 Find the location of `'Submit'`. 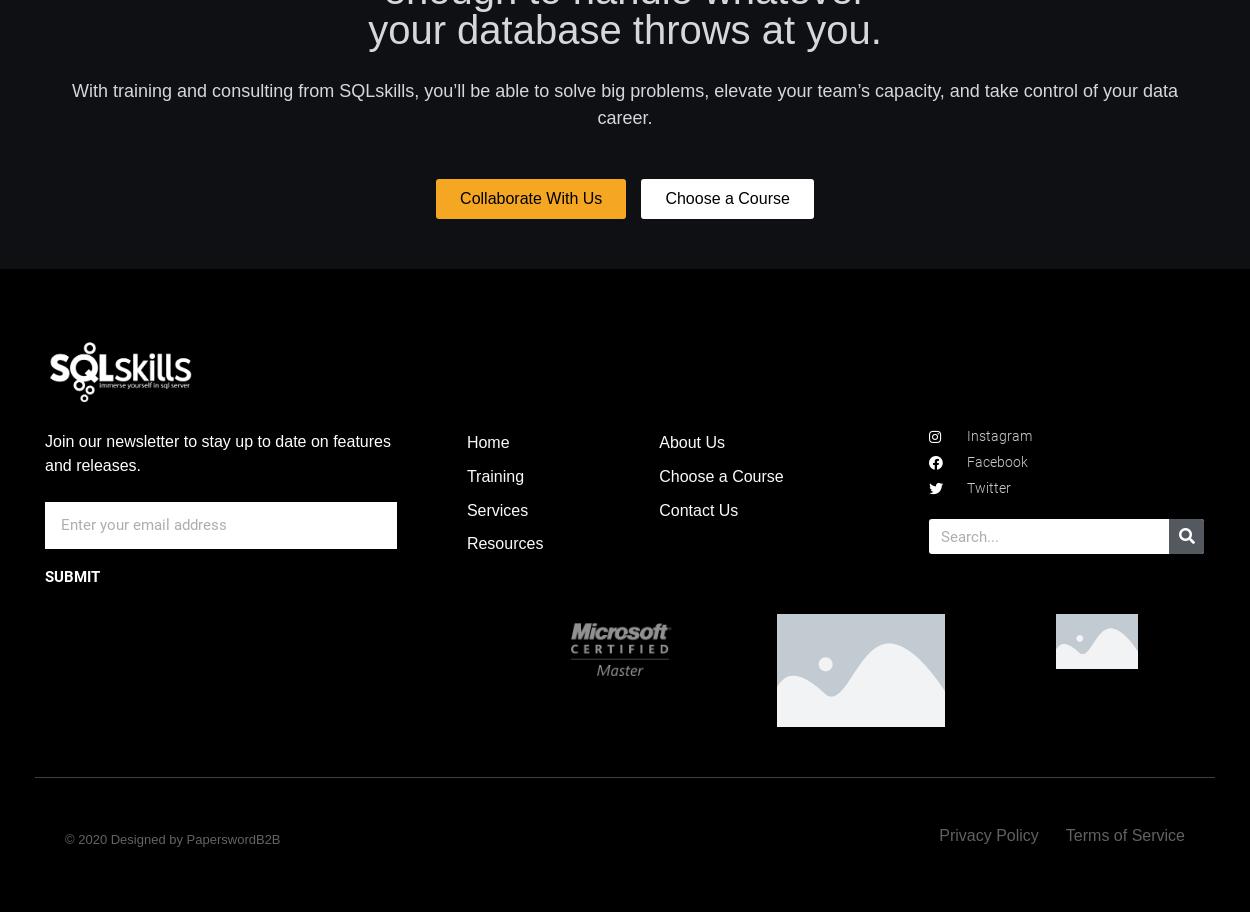

'Submit' is located at coordinates (71, 576).